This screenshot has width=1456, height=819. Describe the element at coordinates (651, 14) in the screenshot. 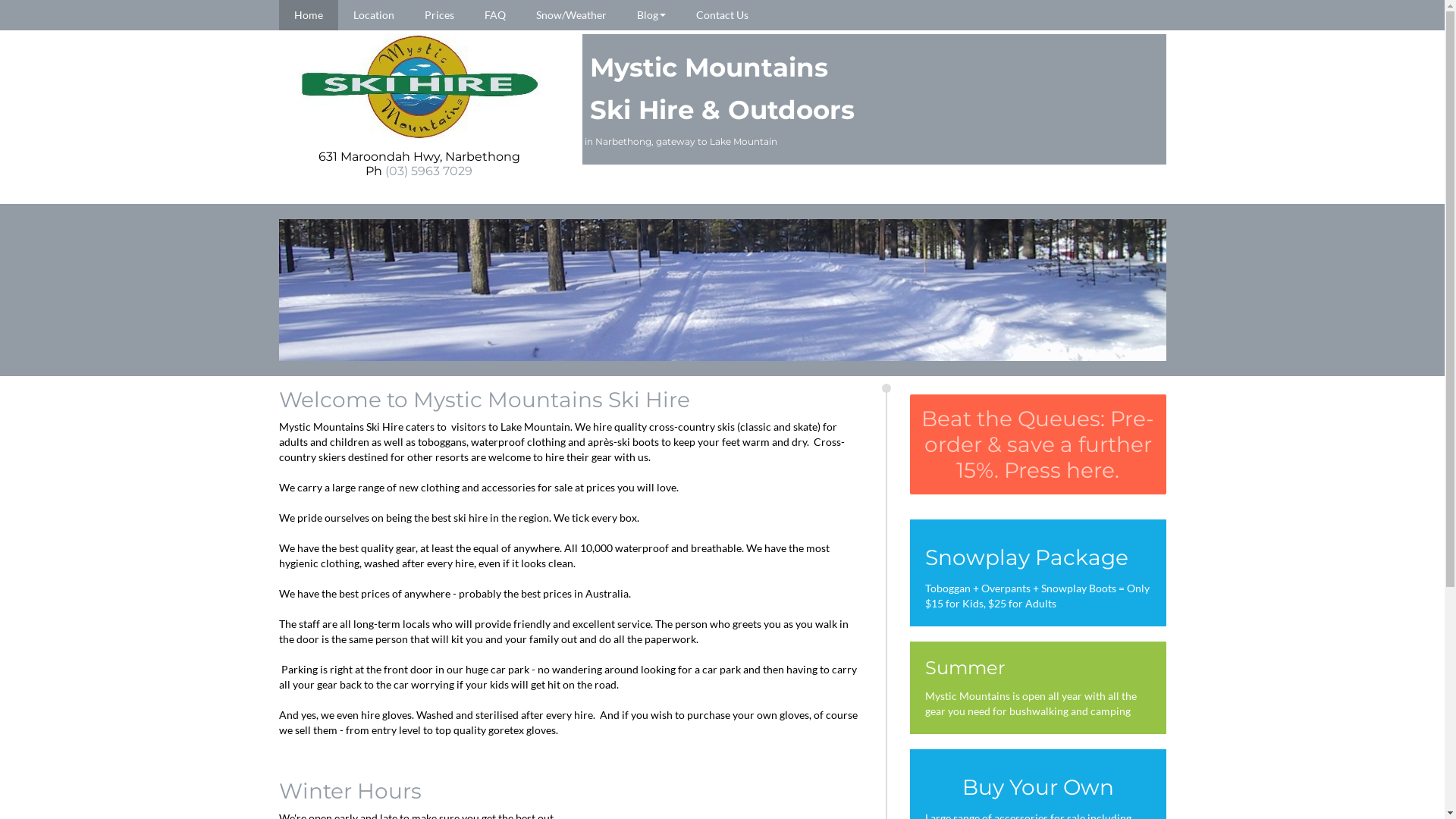

I see `'Blog'` at that location.